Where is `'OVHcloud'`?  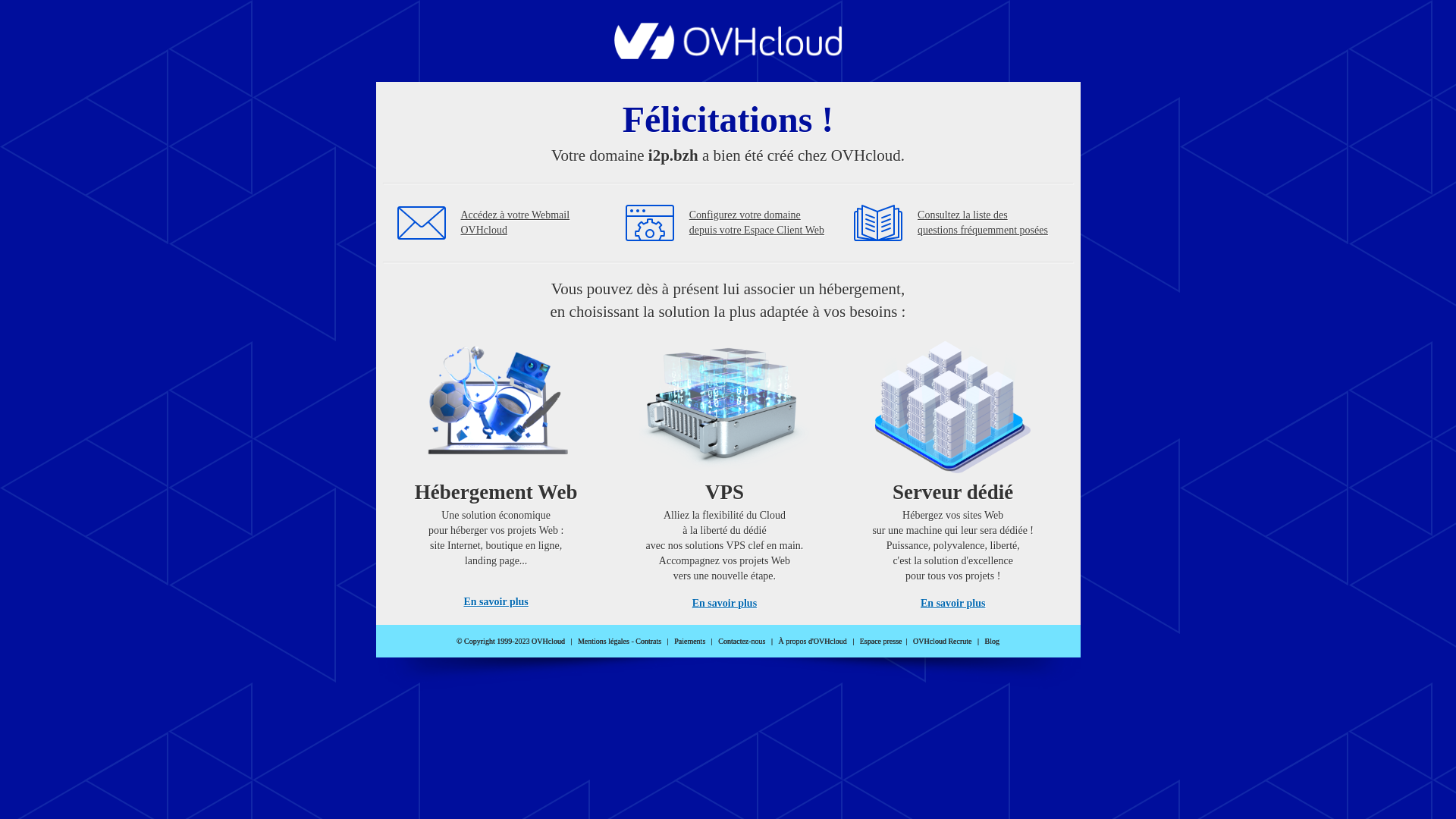 'OVHcloud' is located at coordinates (728, 54).